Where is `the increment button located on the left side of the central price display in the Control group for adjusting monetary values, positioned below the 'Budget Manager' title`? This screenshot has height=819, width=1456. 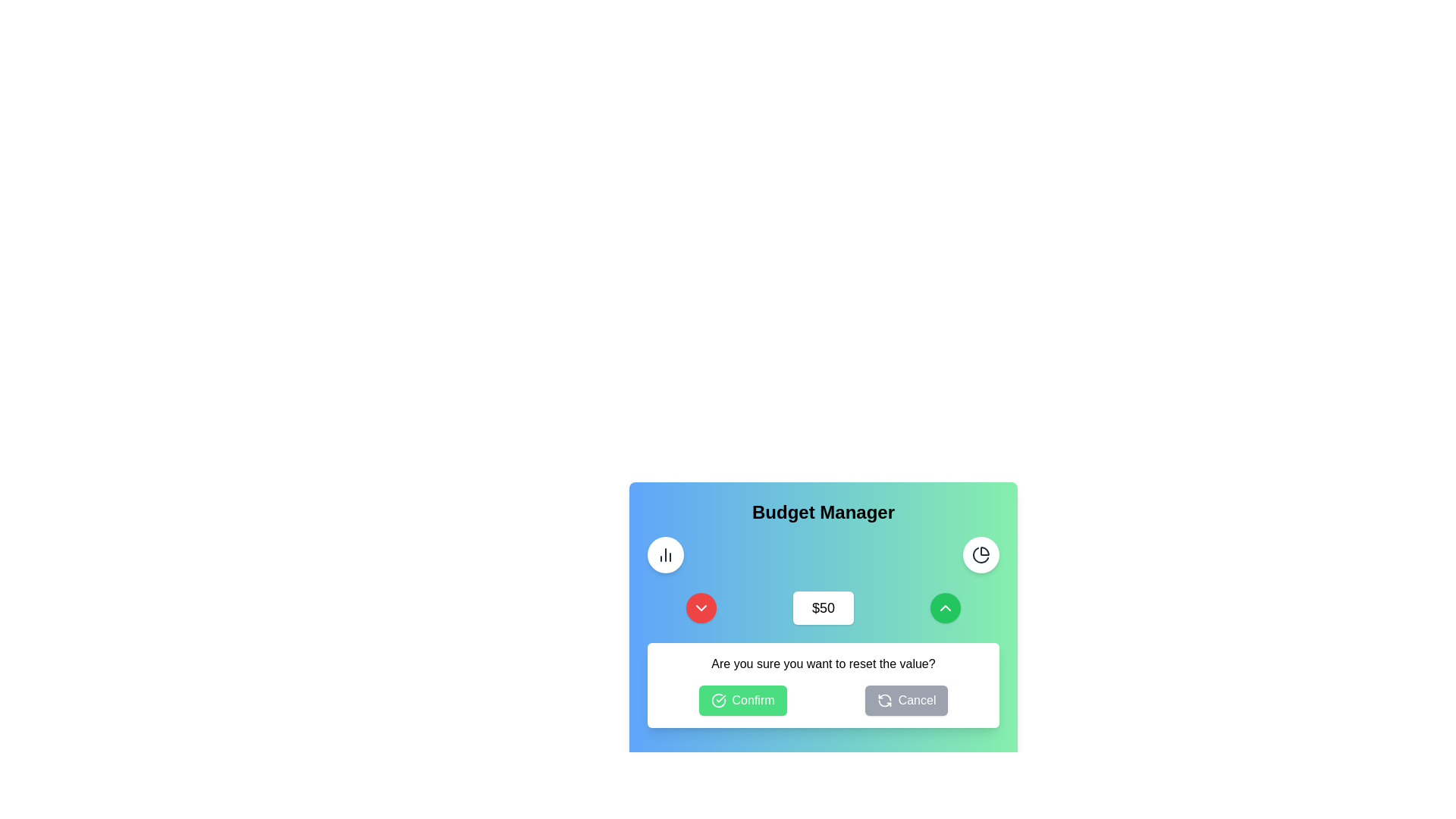
the increment button located on the left side of the central price display in the Control group for adjusting monetary values, positioned below the 'Budget Manager' title is located at coordinates (822, 607).